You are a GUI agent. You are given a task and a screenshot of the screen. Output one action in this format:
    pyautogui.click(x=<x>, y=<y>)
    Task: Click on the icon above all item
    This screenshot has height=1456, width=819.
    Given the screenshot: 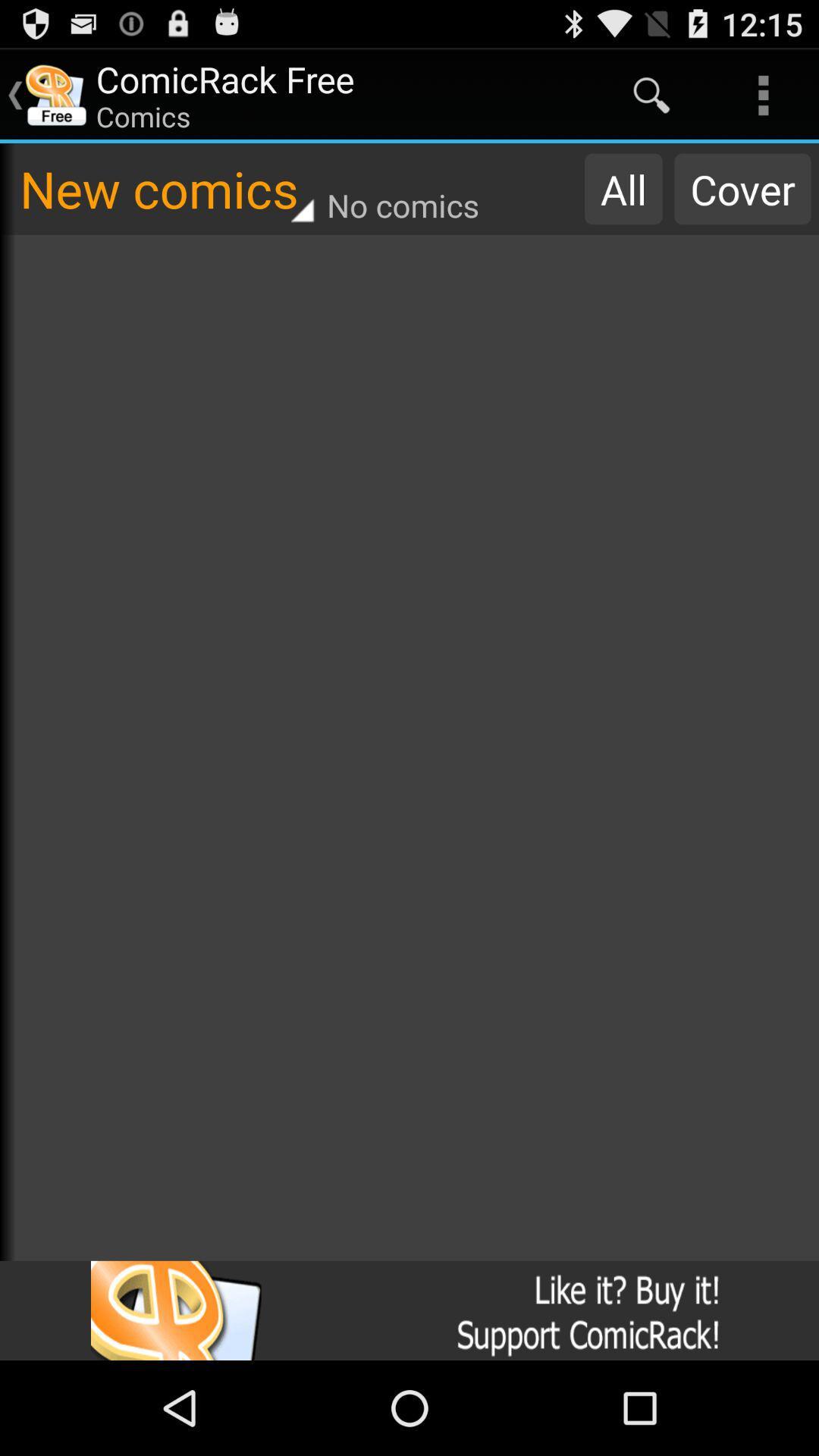 What is the action you would take?
    pyautogui.click(x=651, y=94)
    